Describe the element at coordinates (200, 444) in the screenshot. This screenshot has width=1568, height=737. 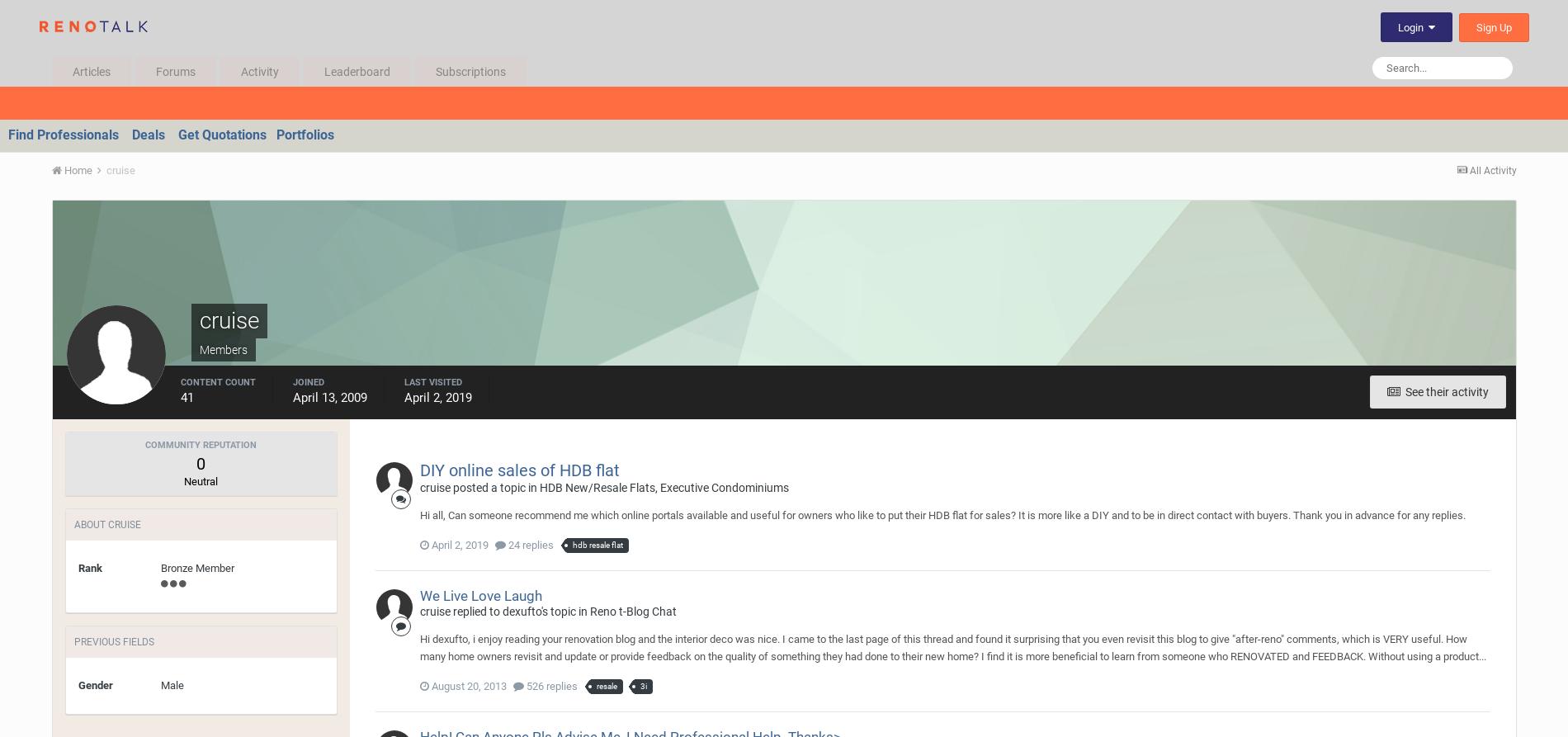
I see `'Community Reputation'` at that location.